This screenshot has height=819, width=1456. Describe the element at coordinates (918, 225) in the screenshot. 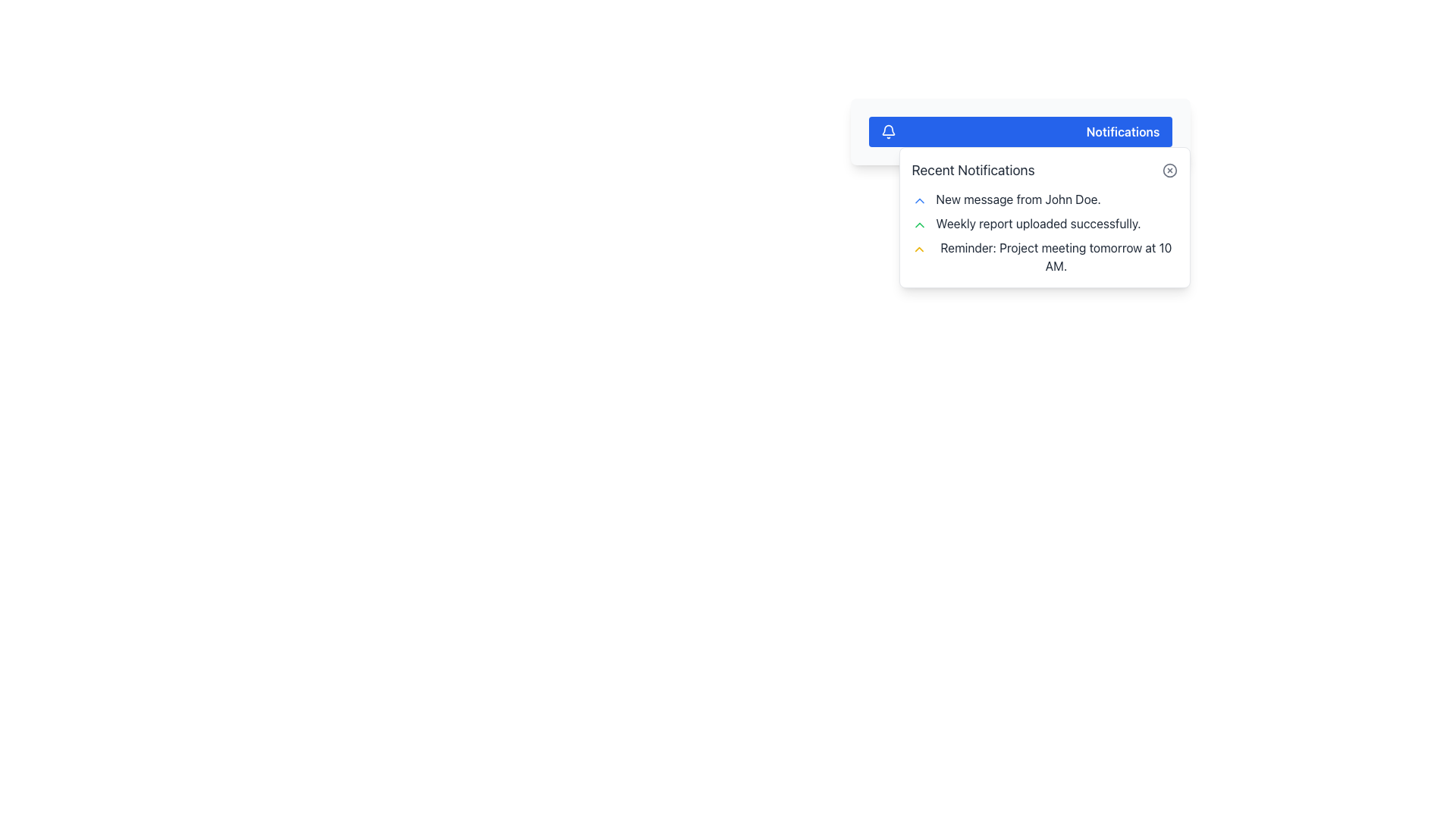

I see `the green chevron icon located next to the text 'Weekly report uploaded successfully' in the notification list` at that location.